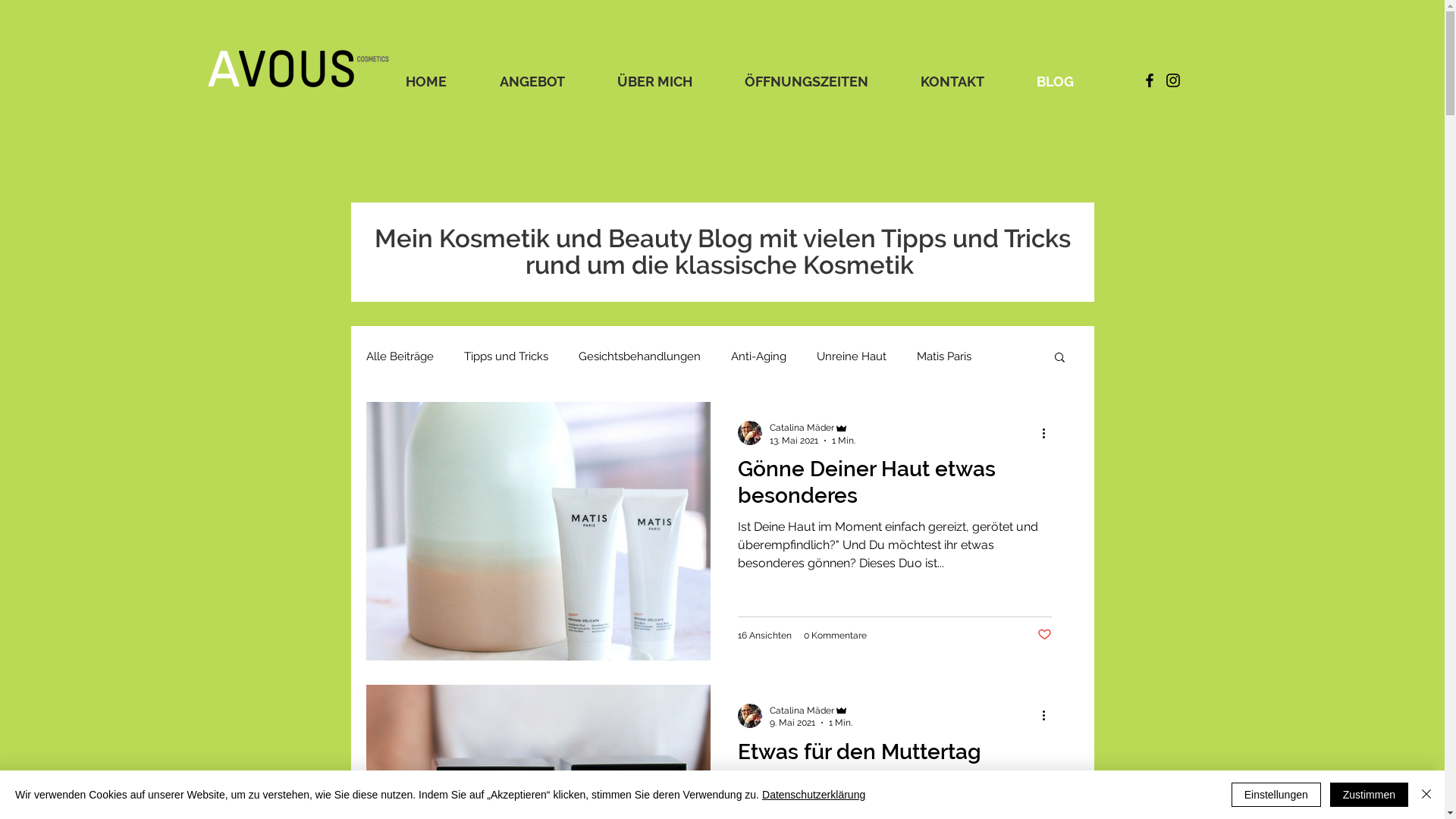  Describe the element at coordinates (394, 81) in the screenshot. I see `'HOME'` at that location.